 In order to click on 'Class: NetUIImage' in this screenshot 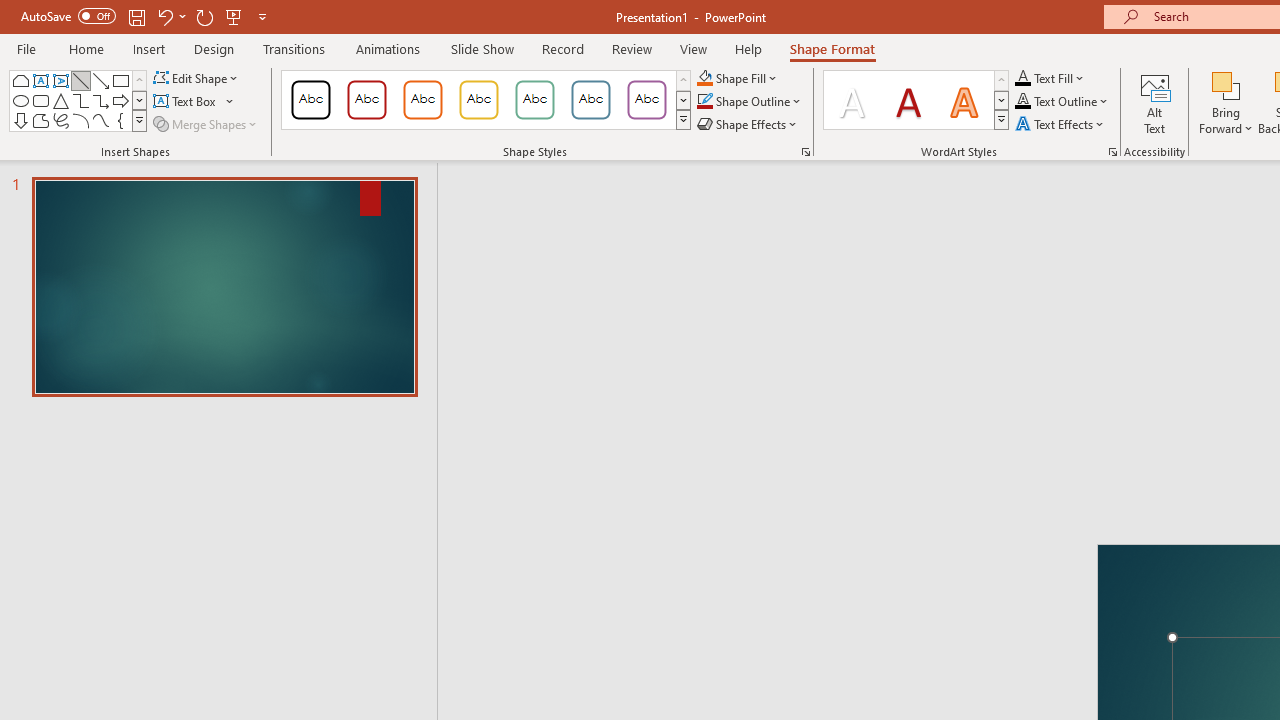, I will do `click(1002, 119)`.